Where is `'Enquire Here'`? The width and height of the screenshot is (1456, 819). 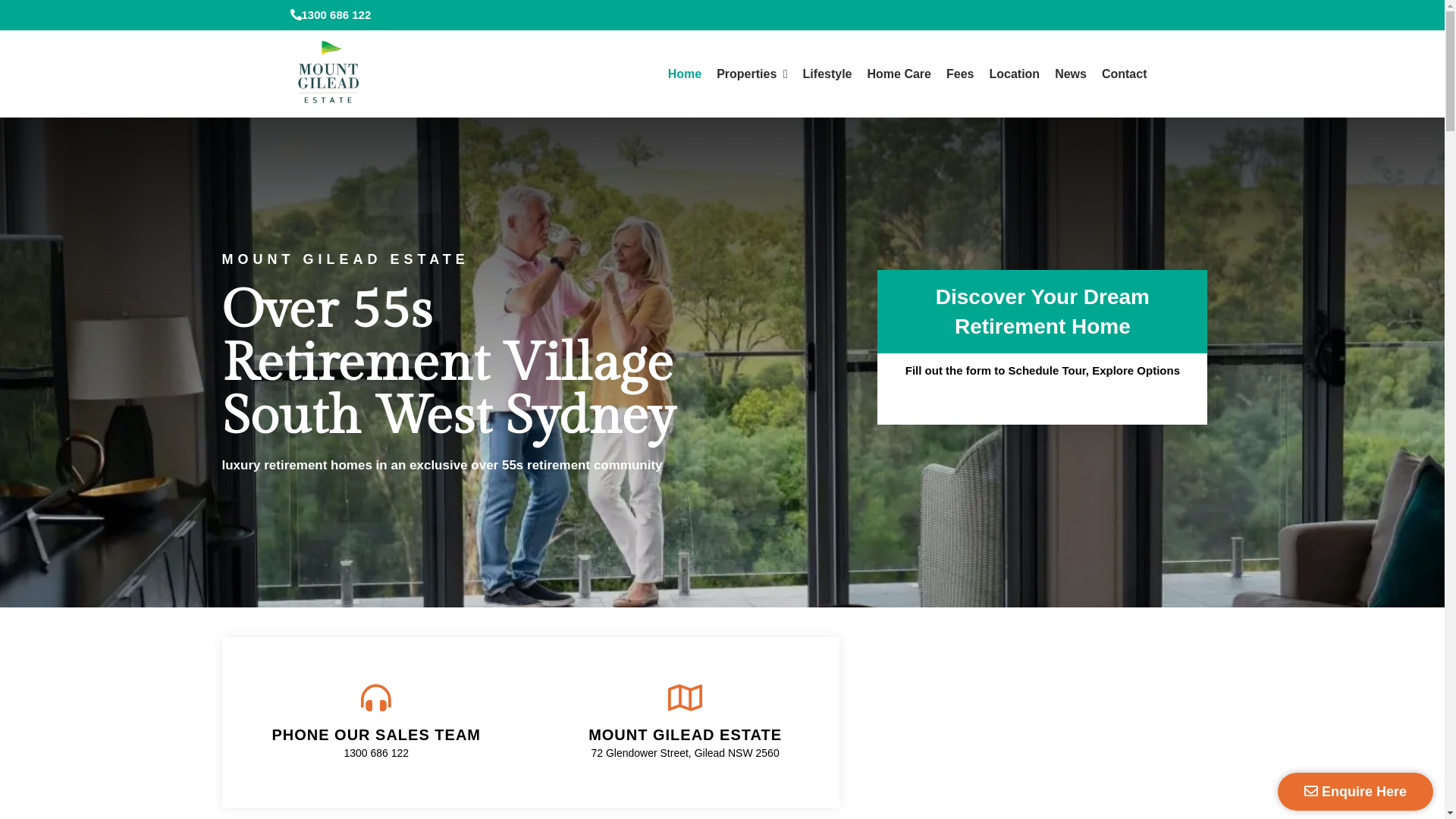 'Enquire Here' is located at coordinates (1355, 791).